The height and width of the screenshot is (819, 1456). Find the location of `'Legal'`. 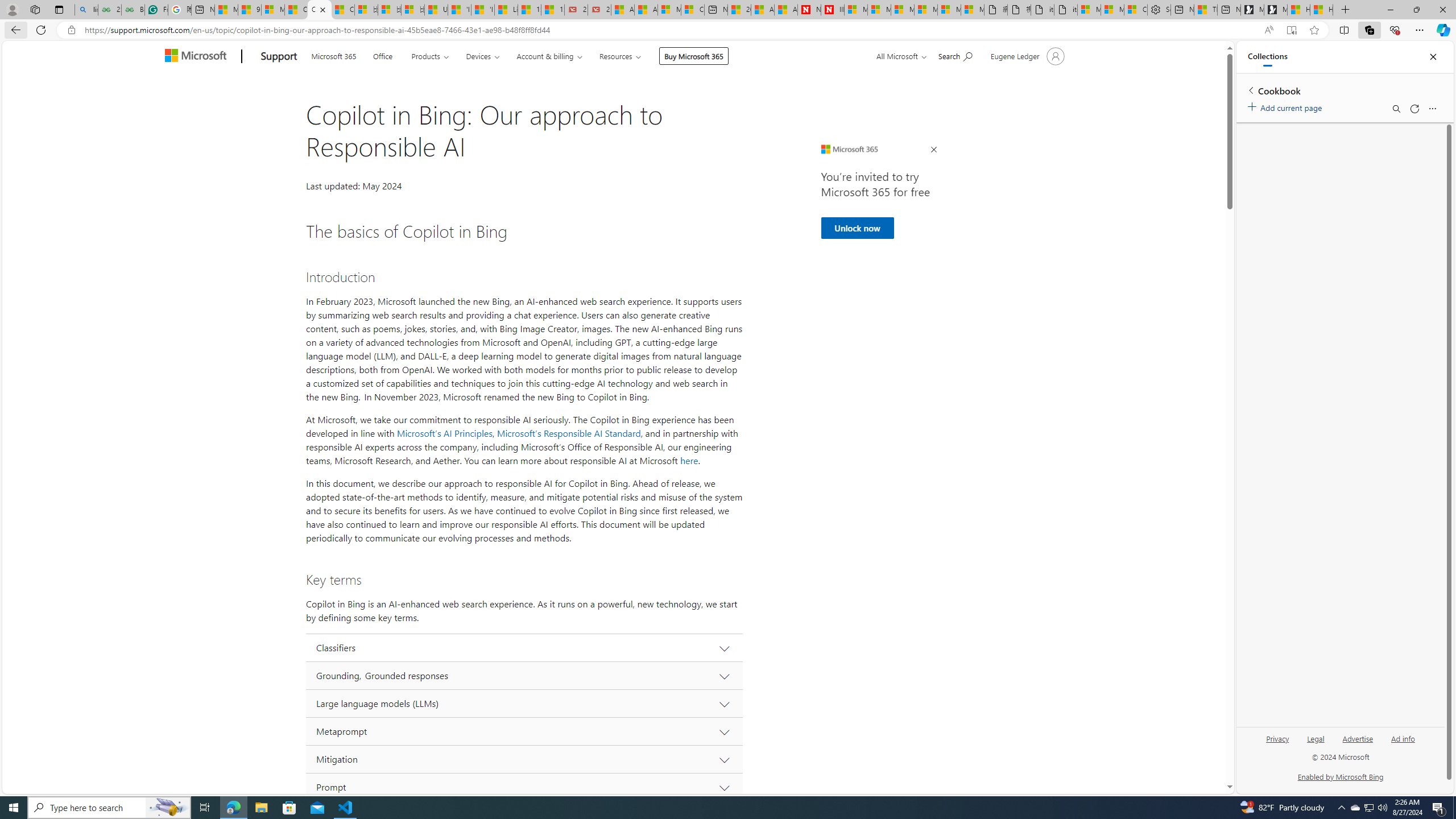

'Legal' is located at coordinates (1314, 742).